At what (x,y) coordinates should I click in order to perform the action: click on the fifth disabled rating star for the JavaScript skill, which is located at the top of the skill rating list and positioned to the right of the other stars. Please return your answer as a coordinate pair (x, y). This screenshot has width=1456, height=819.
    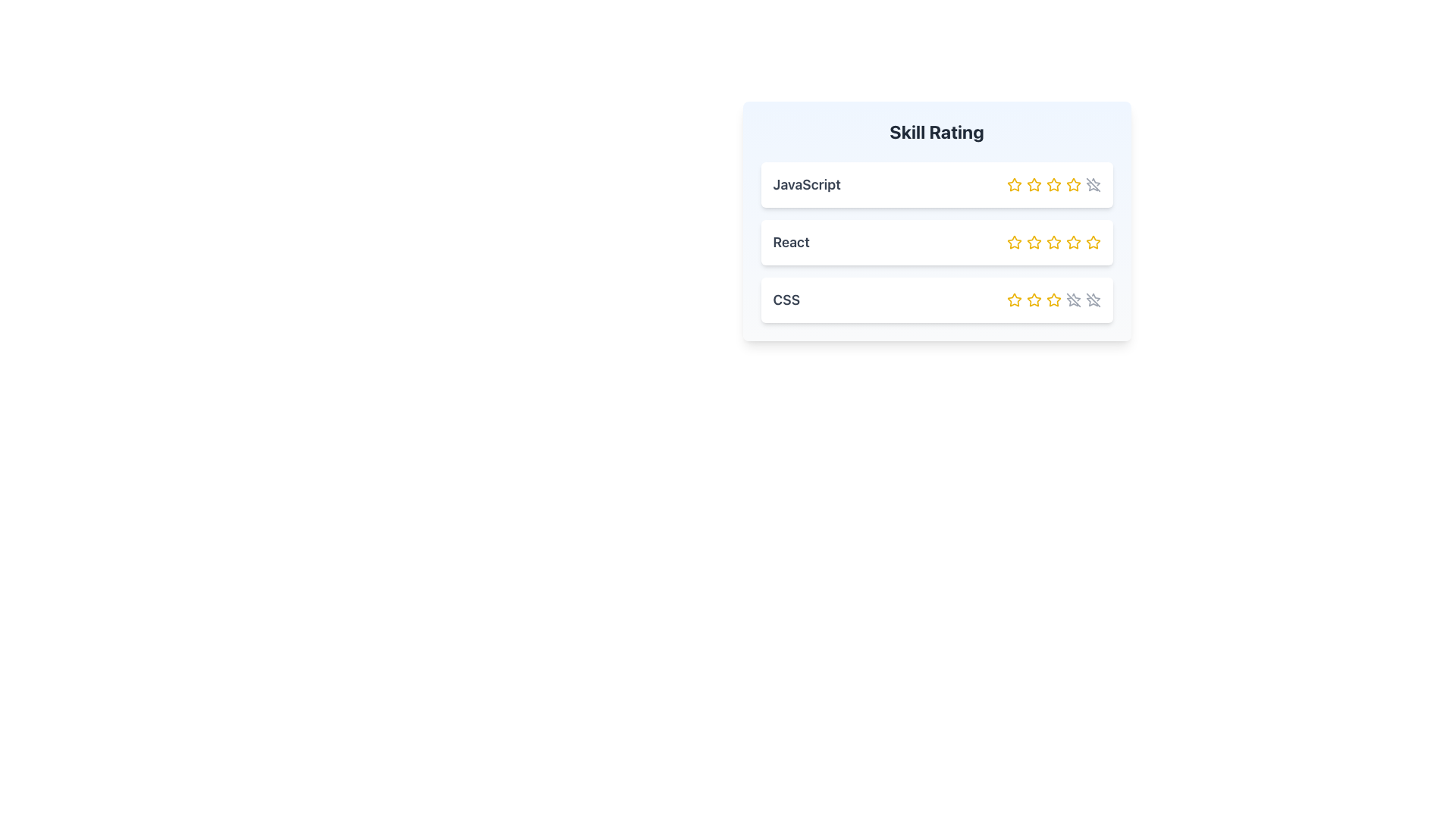
    Looking at the image, I should click on (1093, 184).